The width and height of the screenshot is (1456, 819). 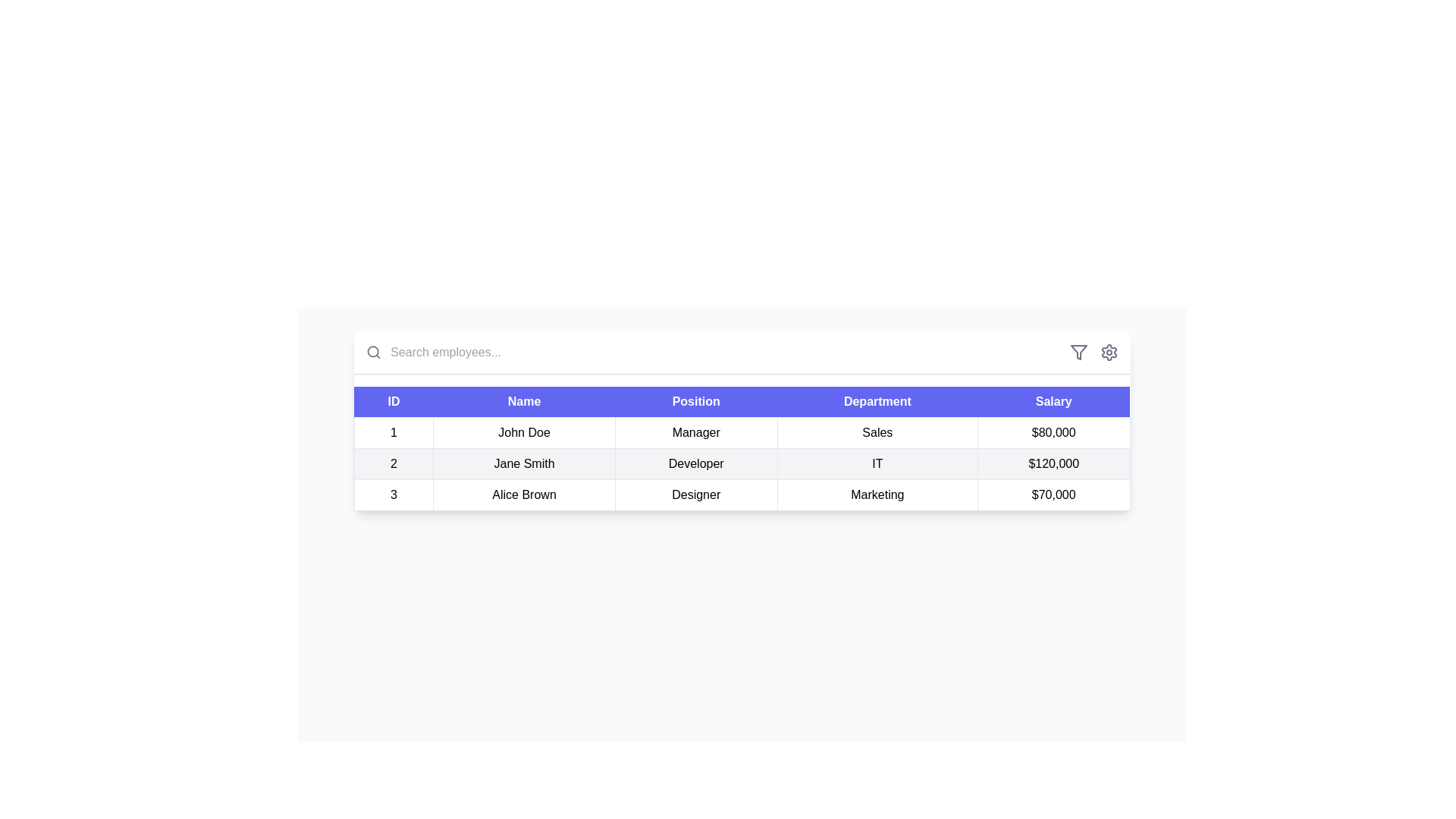 I want to click on the second row in the employee details table displaying information about Jane Smith, including her ID, name, position, department, and salary, so click(x=742, y=463).